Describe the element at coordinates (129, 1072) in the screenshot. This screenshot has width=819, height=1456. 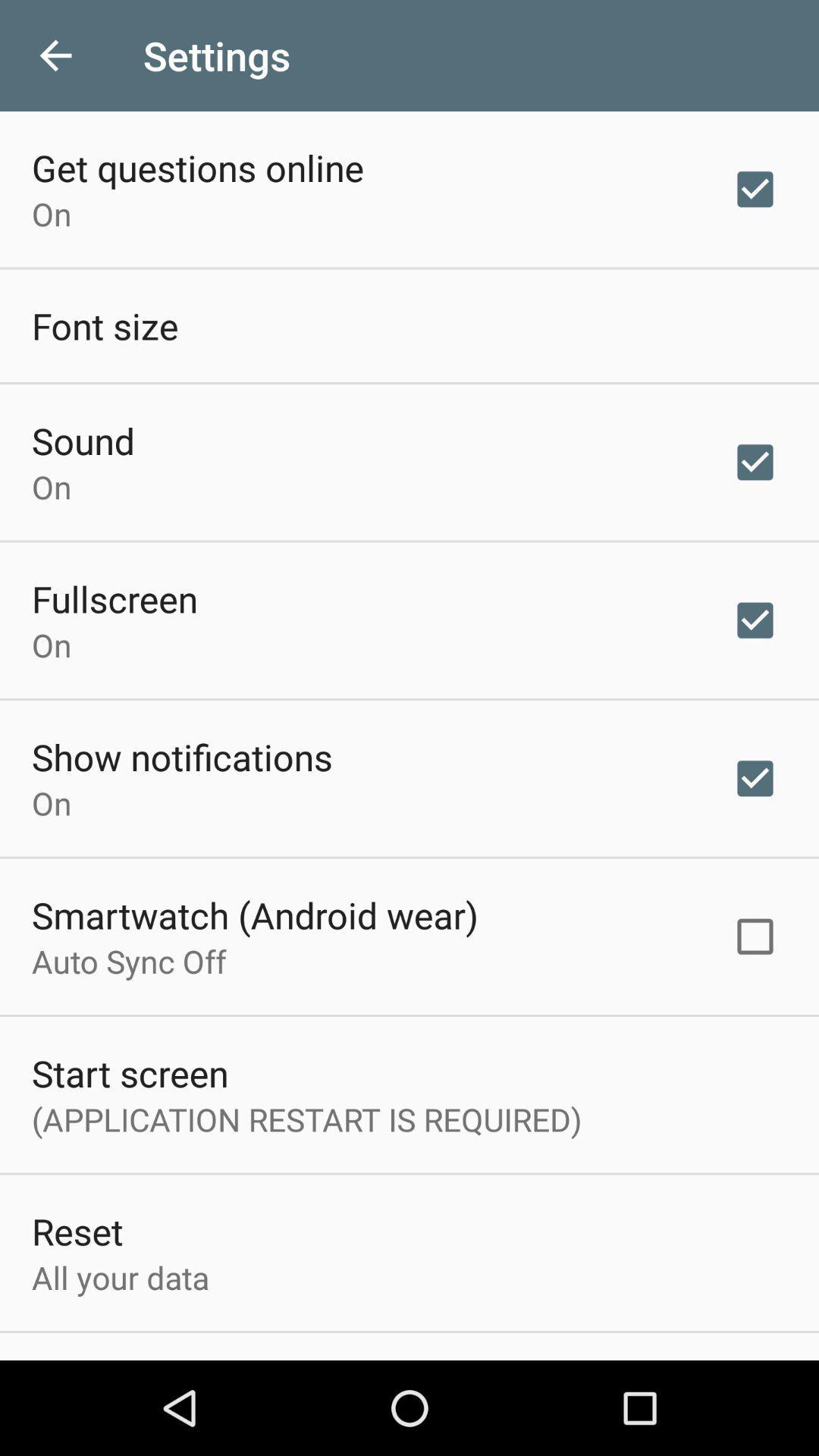
I see `the start screen item` at that location.